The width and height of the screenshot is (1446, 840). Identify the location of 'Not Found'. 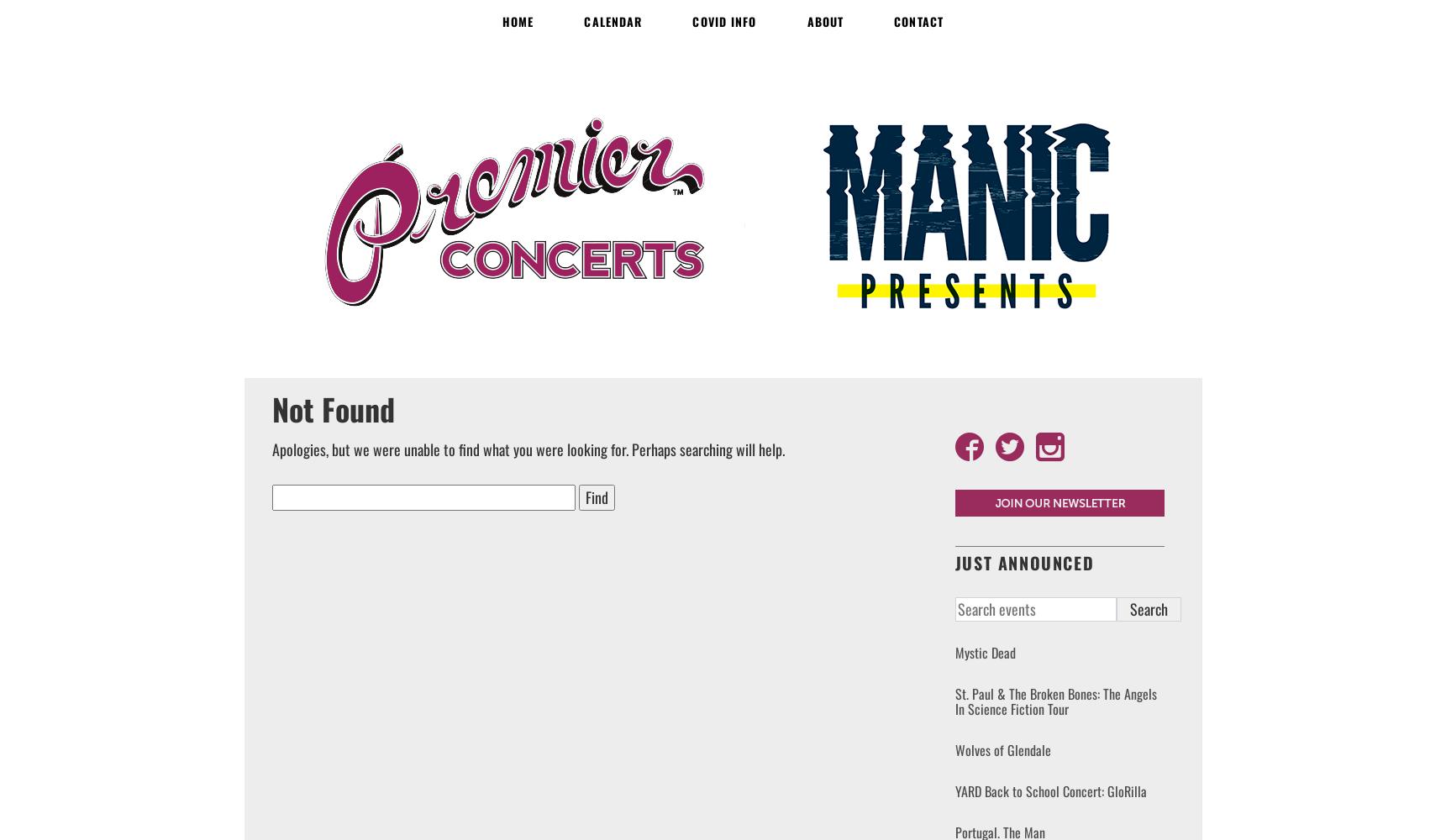
(333, 407).